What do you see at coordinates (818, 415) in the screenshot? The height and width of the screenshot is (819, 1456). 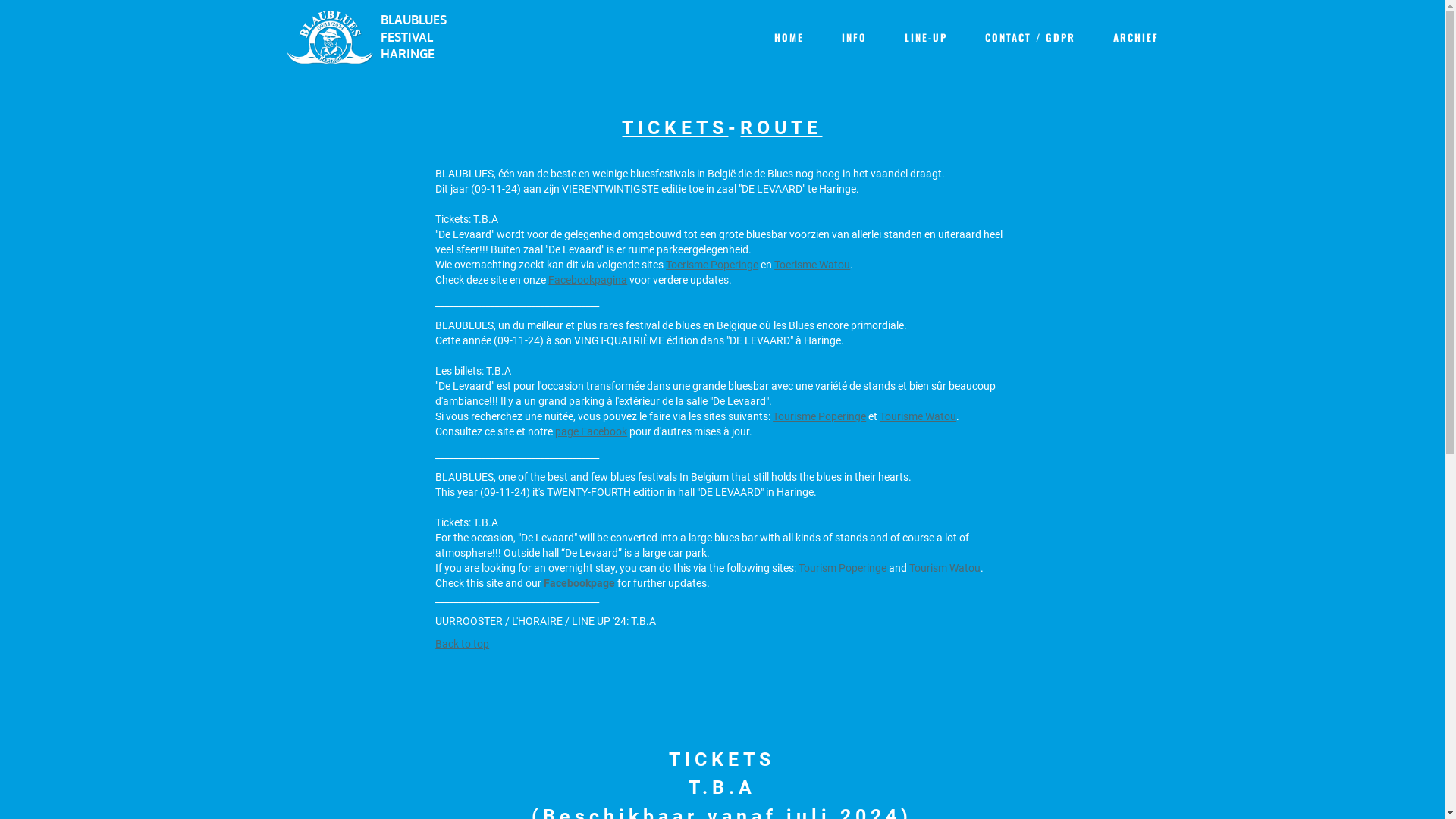 I see `'Tourisme Poperinge'` at bounding box center [818, 415].